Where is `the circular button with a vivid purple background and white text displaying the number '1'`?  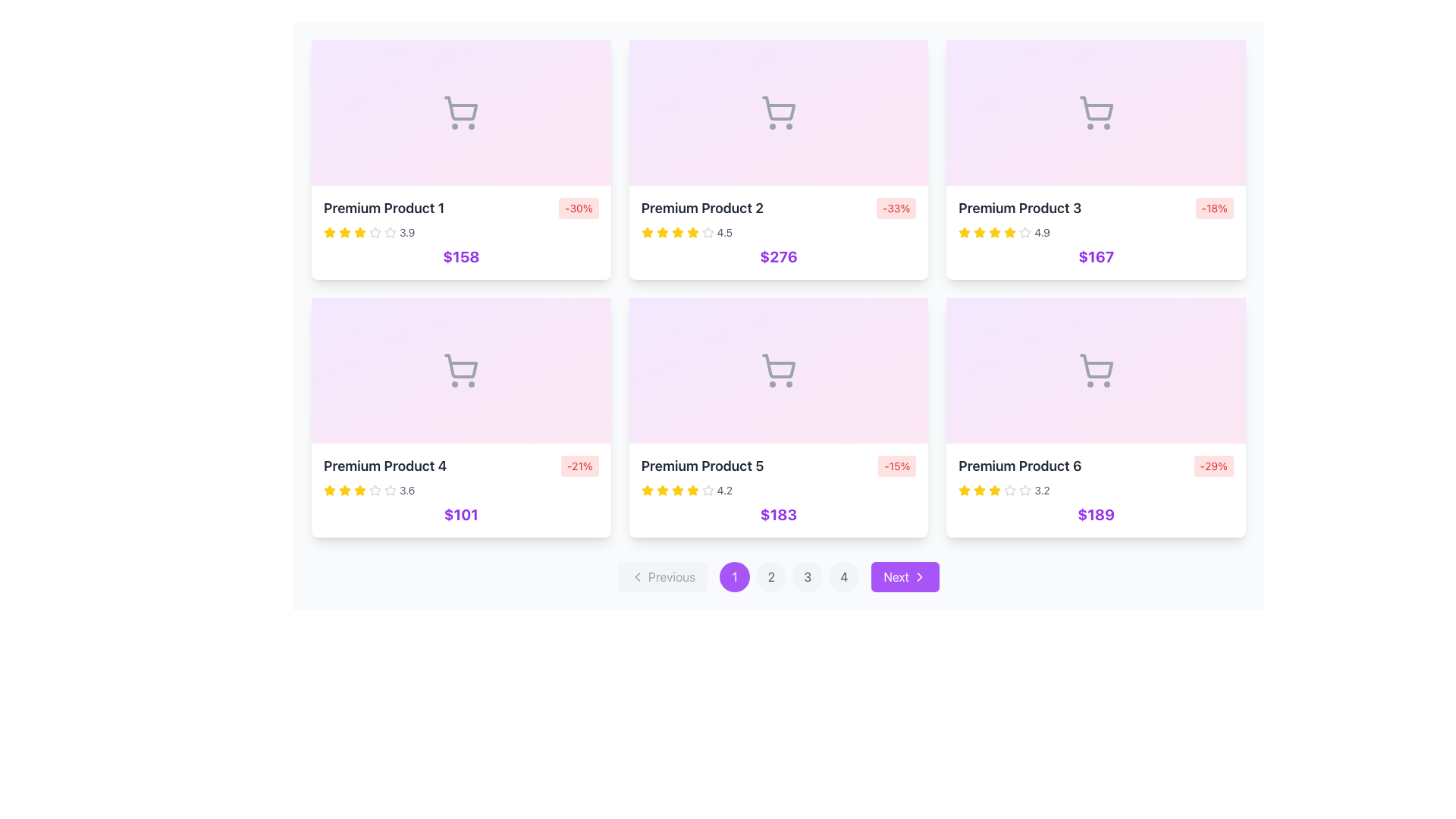
the circular button with a vivid purple background and white text displaying the number '1' is located at coordinates (735, 576).